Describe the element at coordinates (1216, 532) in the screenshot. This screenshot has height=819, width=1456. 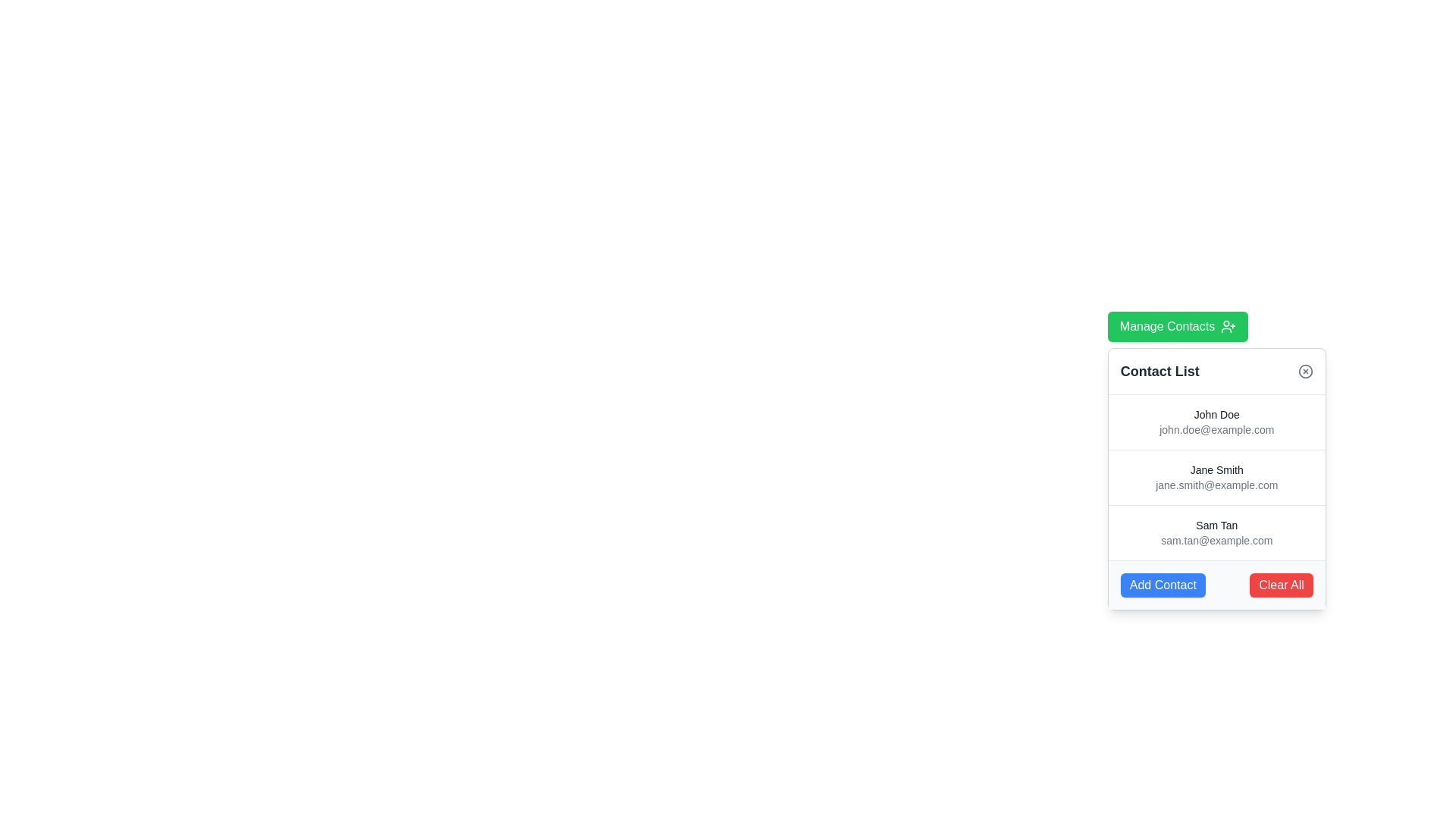
I see `the List Item displaying the name and email information for Sam Tan, which is the third item in the contact list below Jane Smith` at that location.